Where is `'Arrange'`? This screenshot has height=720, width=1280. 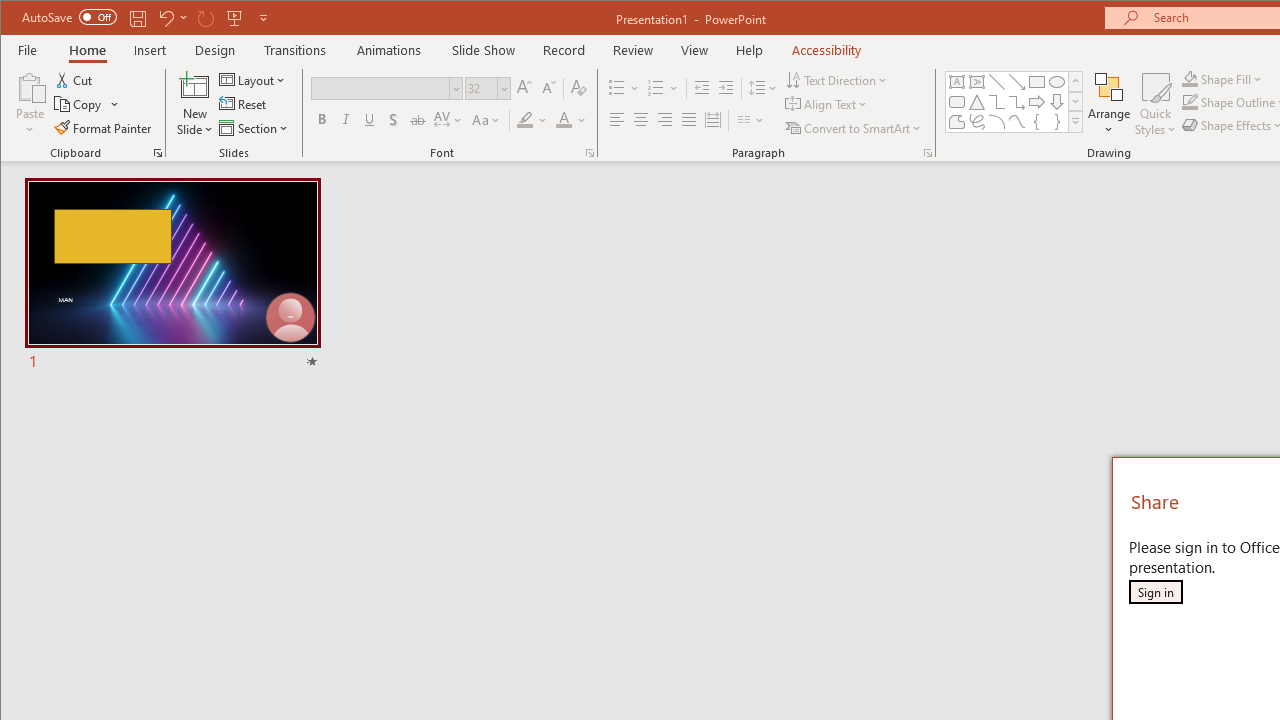 'Arrange' is located at coordinates (1108, 104).